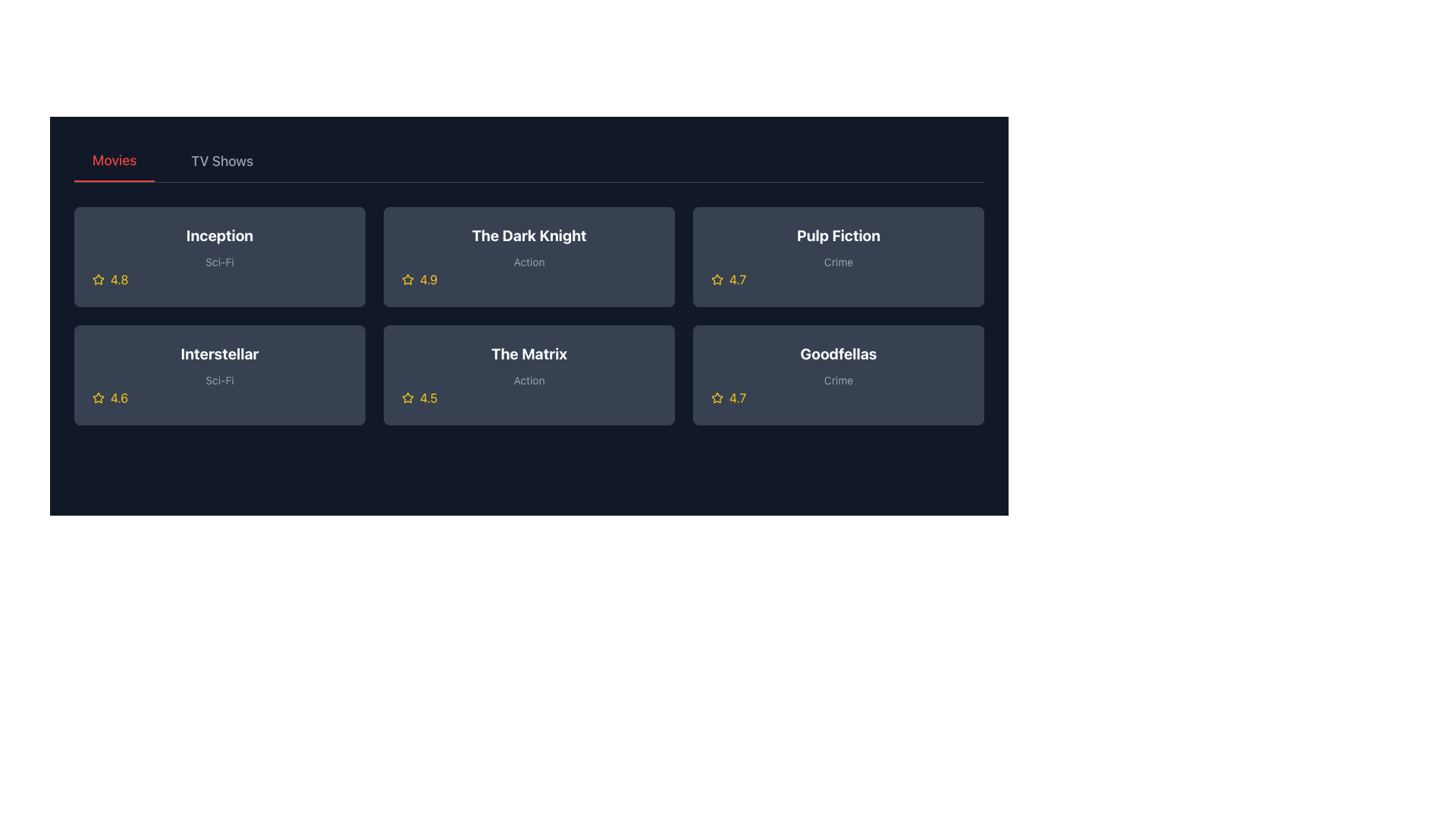 The image size is (1456, 819). I want to click on the yellow star icon located in the bottom-left section of the card labeled 'The Matrix', so click(407, 397).